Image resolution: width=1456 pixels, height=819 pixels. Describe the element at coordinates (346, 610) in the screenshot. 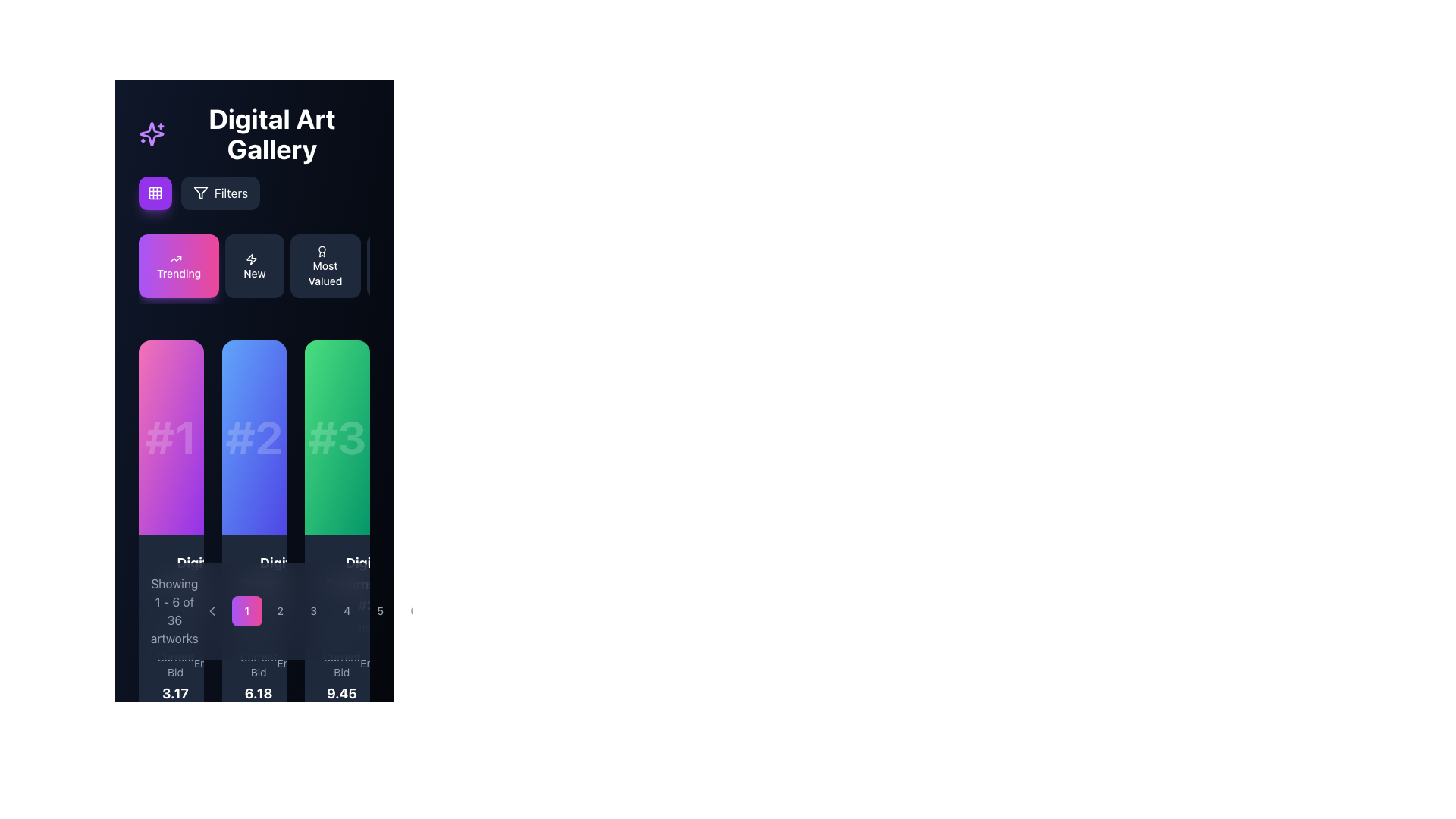

I see `the pagination button that navigates to the fourth set of items in the gallery, located below the digital art gallery grid` at that location.